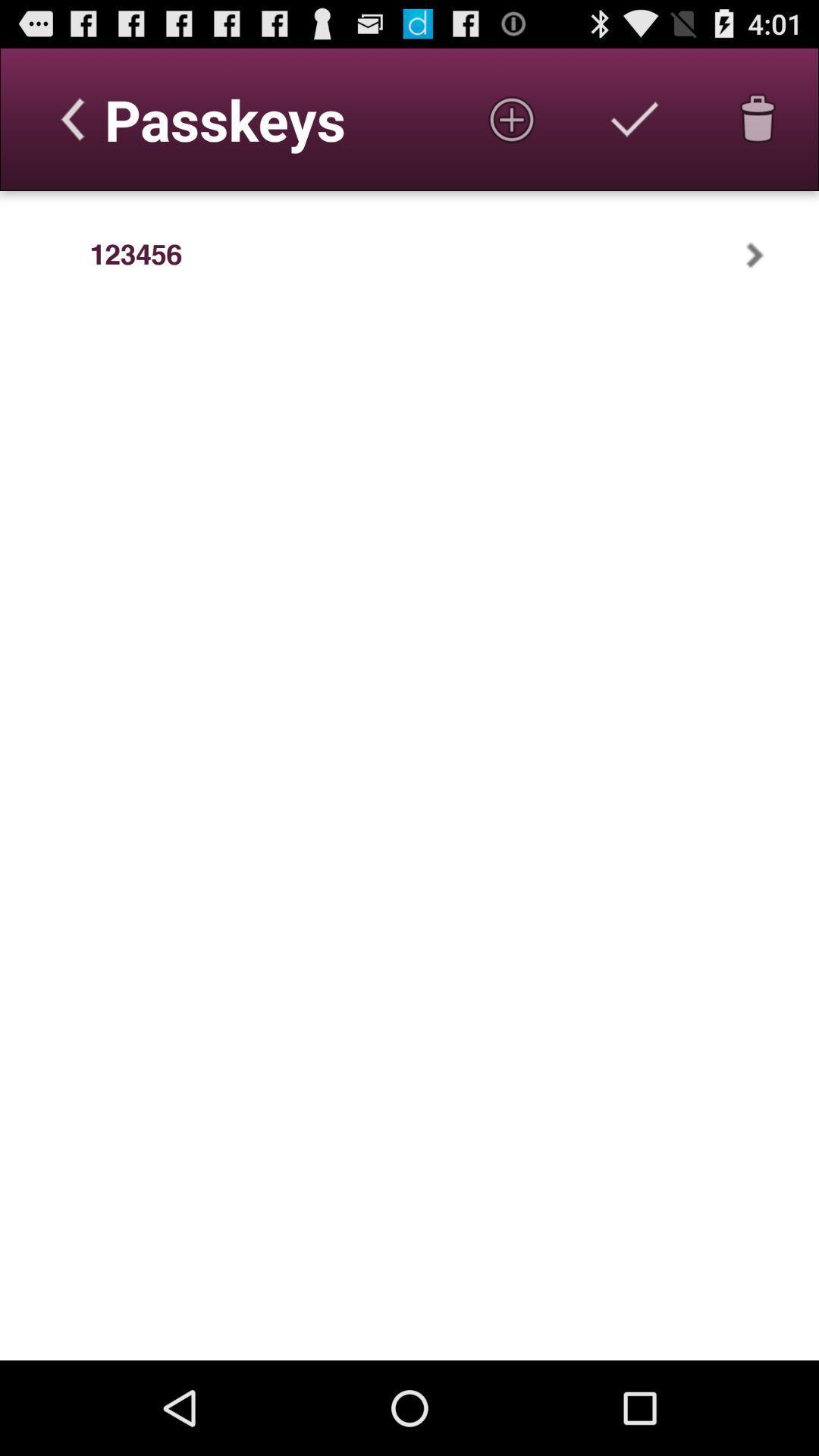 Image resolution: width=819 pixels, height=1456 pixels. Describe the element at coordinates (758, 118) in the screenshot. I see `delete passkey` at that location.